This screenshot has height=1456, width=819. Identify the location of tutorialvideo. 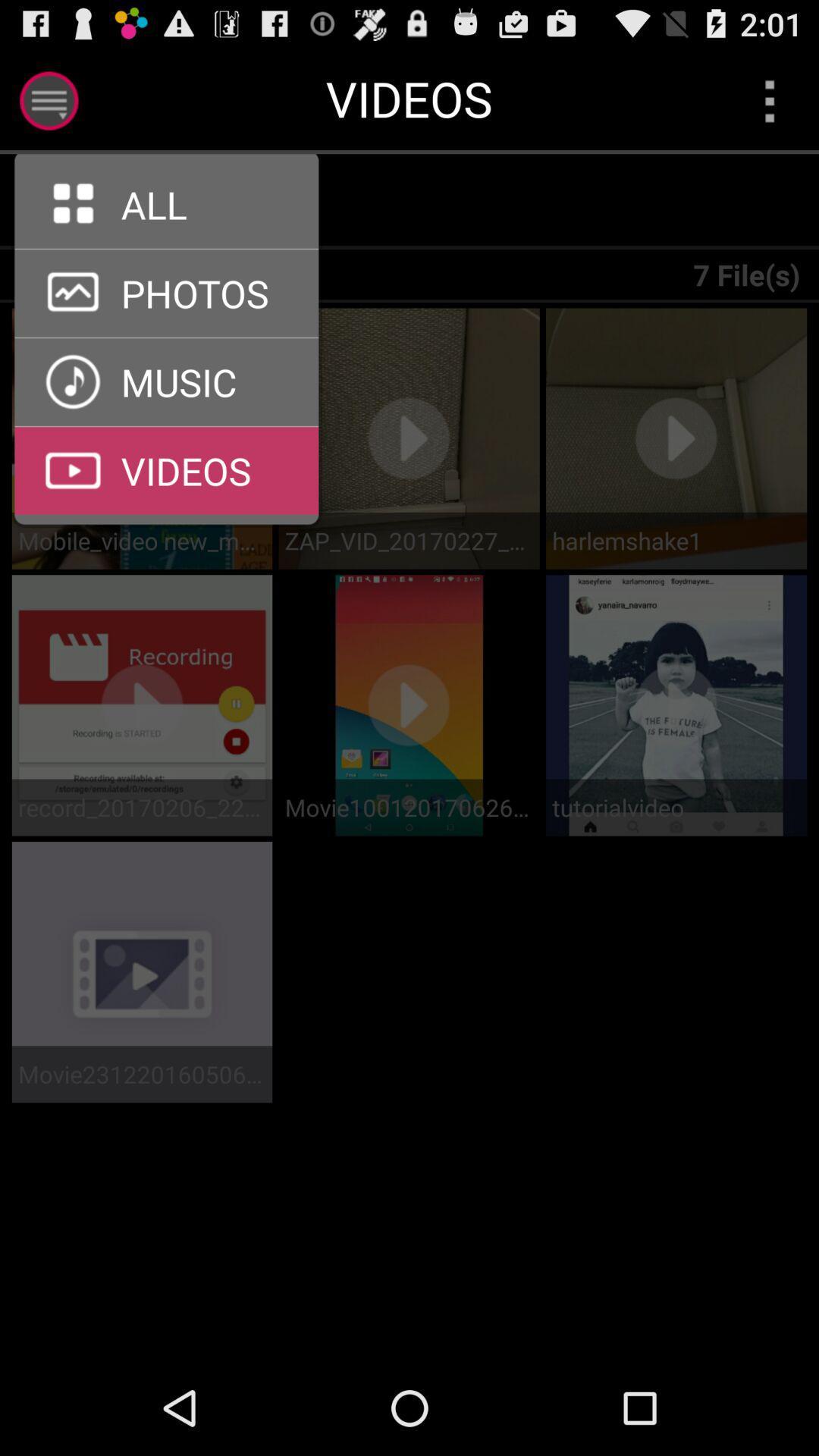
(676, 807).